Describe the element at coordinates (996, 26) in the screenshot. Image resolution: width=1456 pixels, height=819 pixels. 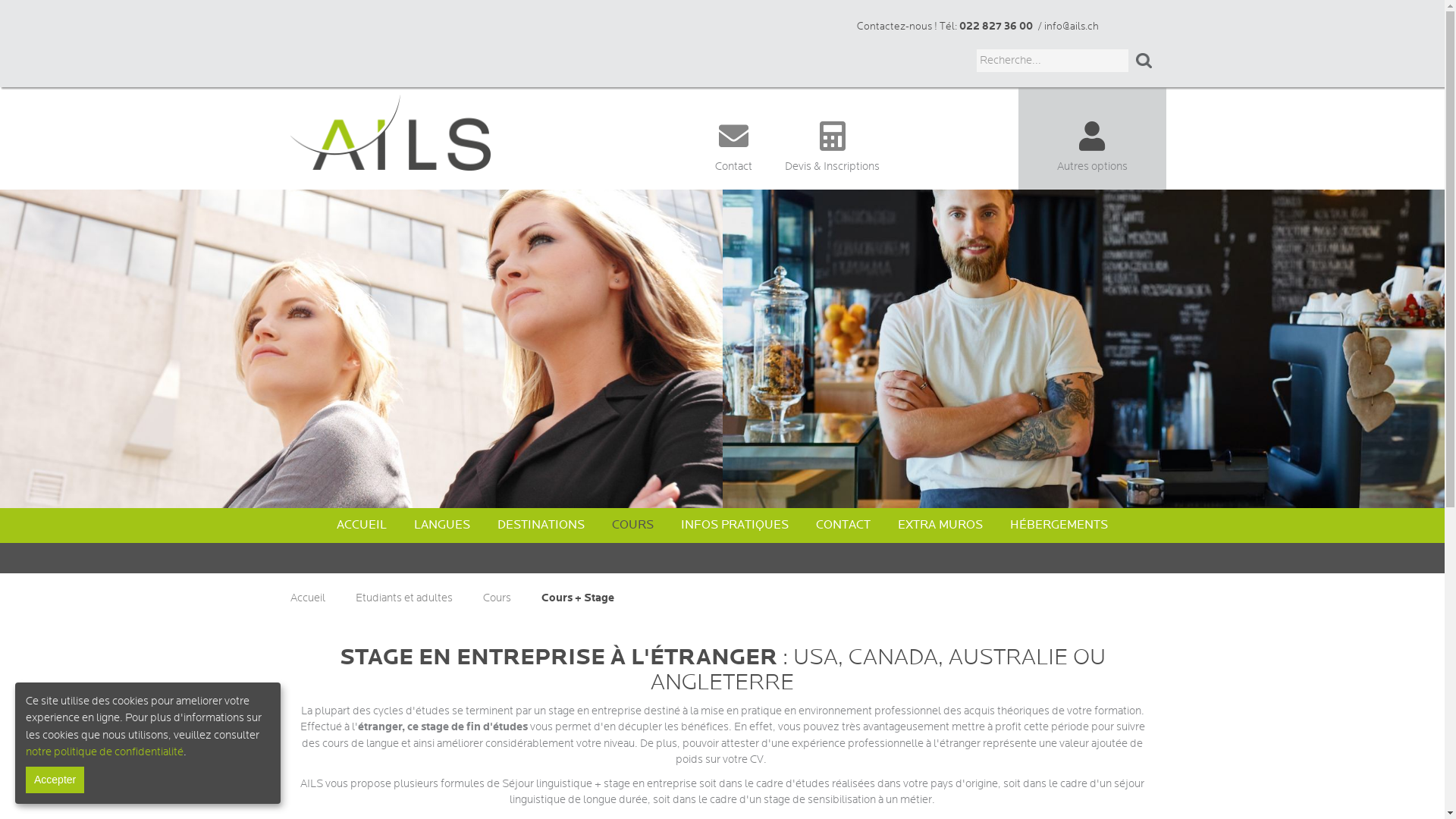
I see `'022 827 36 00'` at that location.